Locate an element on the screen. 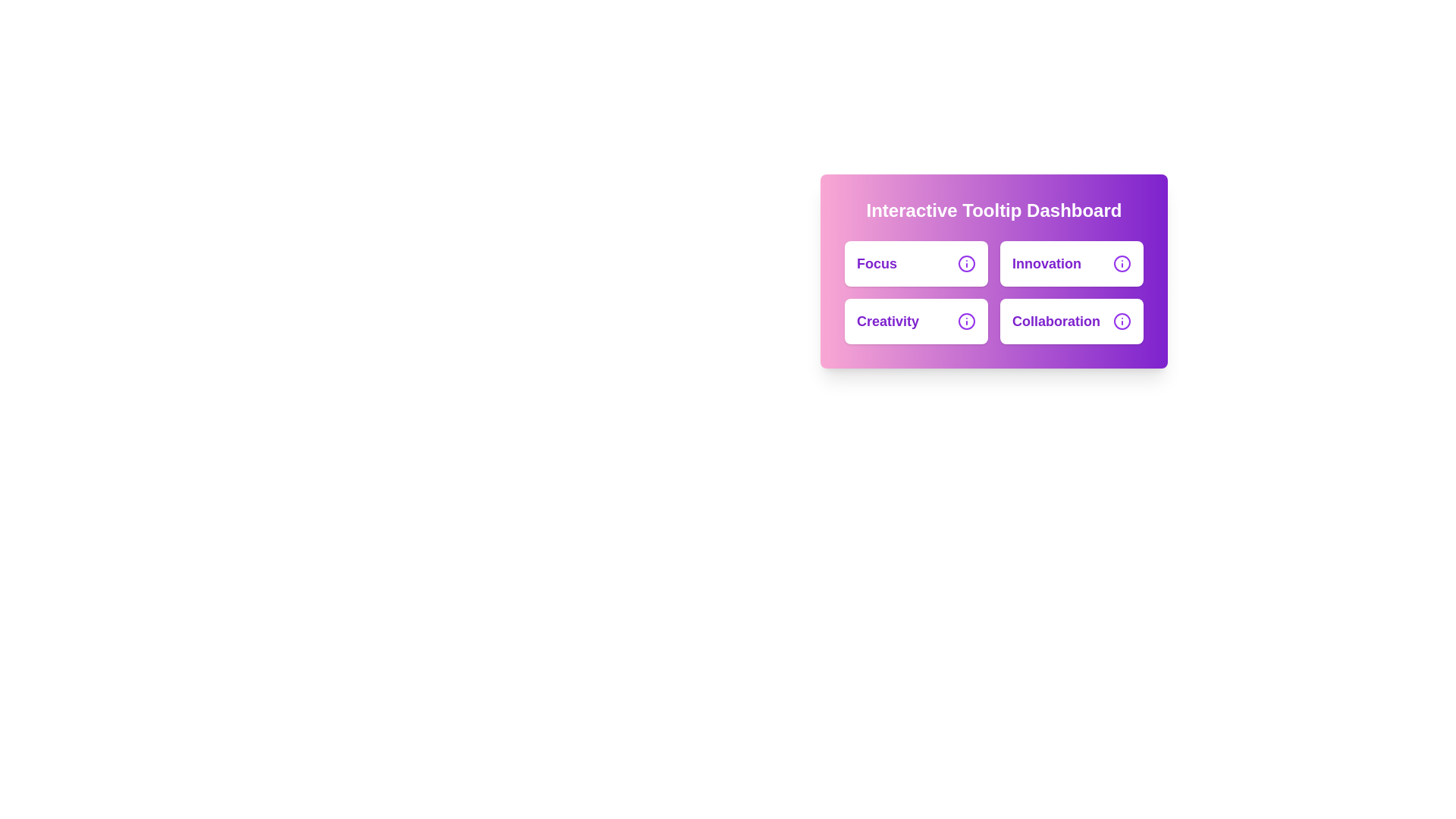 The width and height of the screenshot is (1456, 819). the 'Creativity' text with icon label located in the lower left quadrant of the dashboard for additional information is located at coordinates (915, 321).